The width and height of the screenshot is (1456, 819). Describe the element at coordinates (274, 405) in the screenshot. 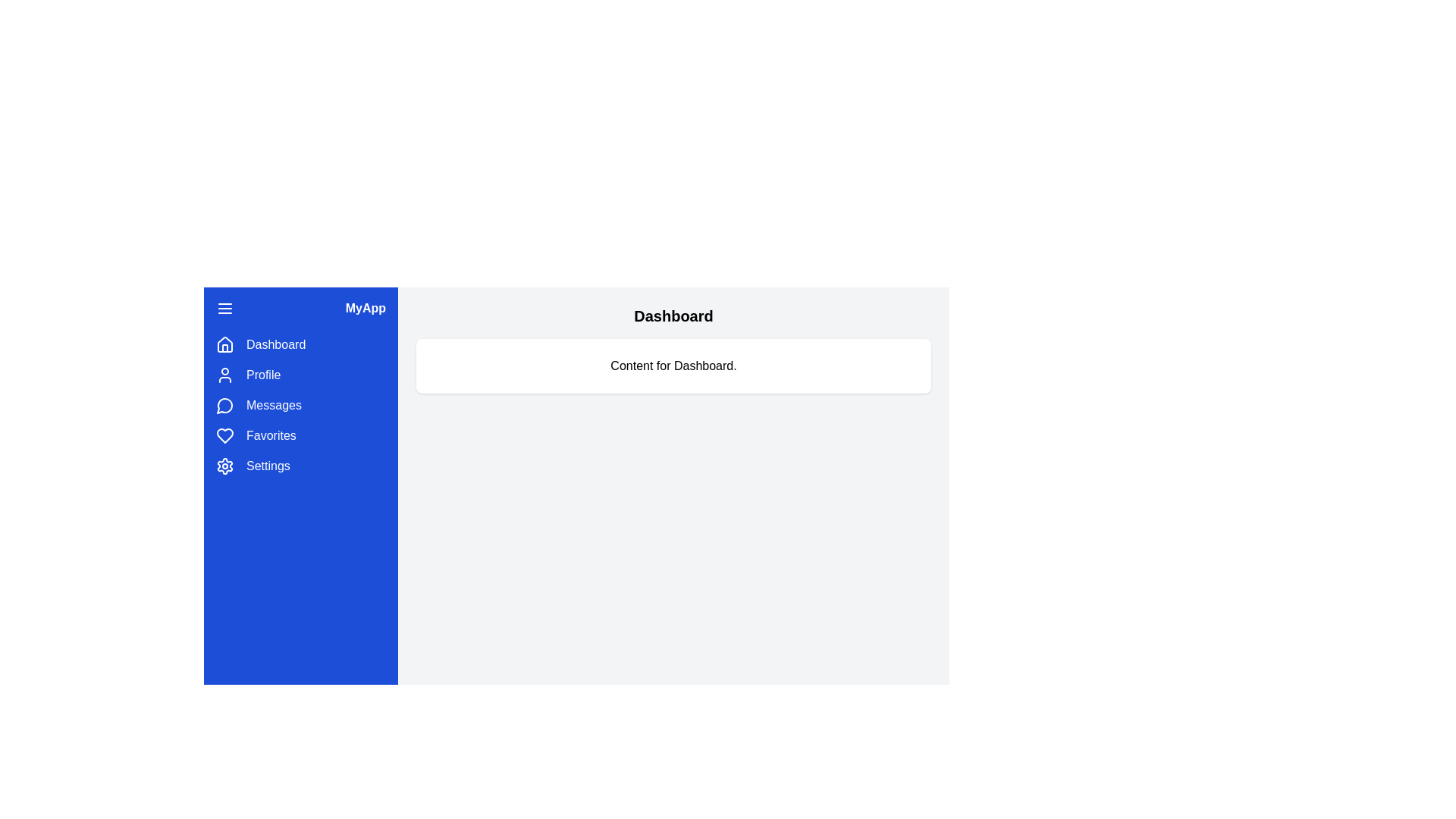

I see `the 'Messages' navigation item, which is the third item in the menu to the right of the speech bubble icon` at that location.